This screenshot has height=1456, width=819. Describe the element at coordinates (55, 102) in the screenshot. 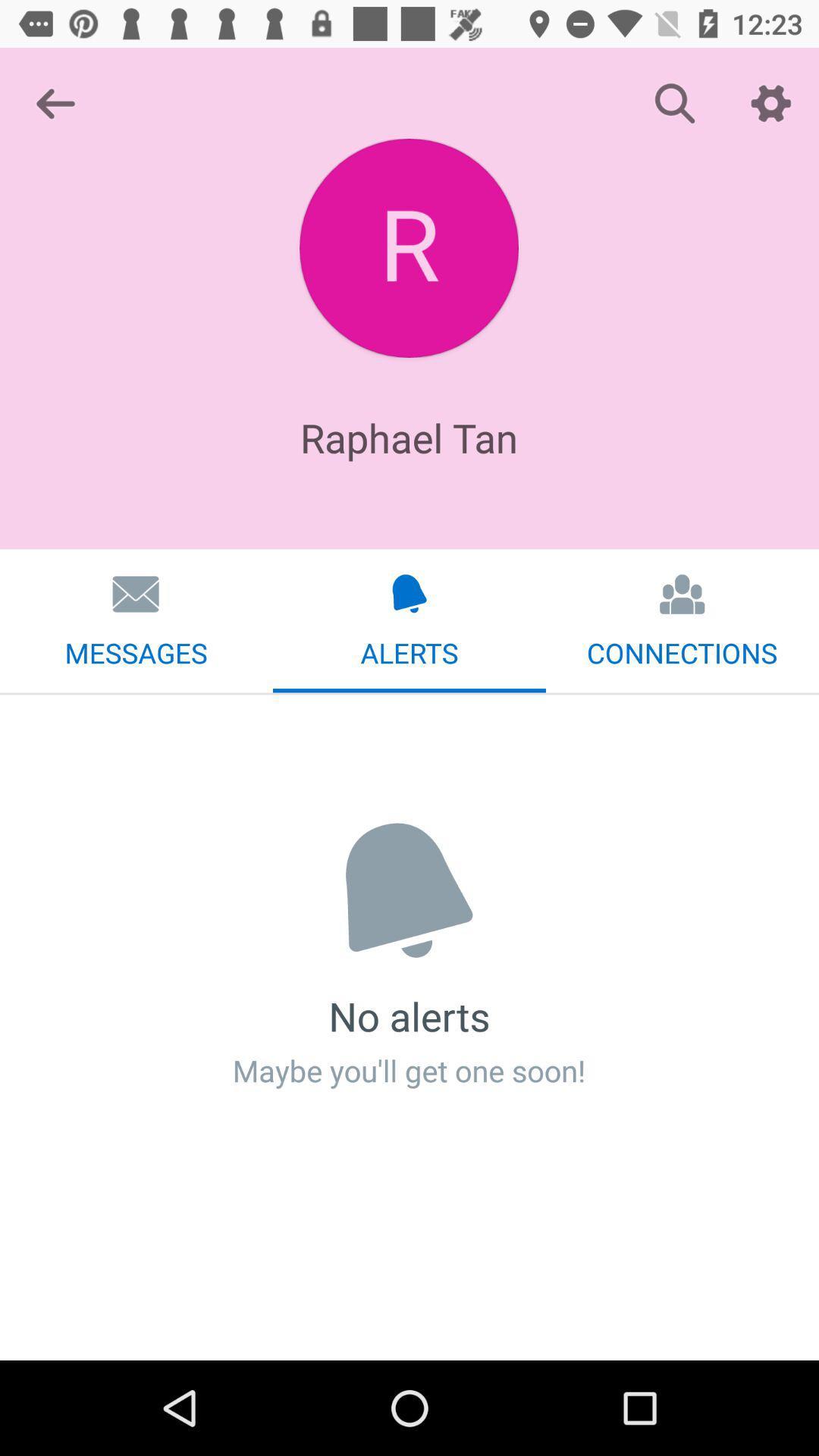

I see `item at the top left corner` at that location.